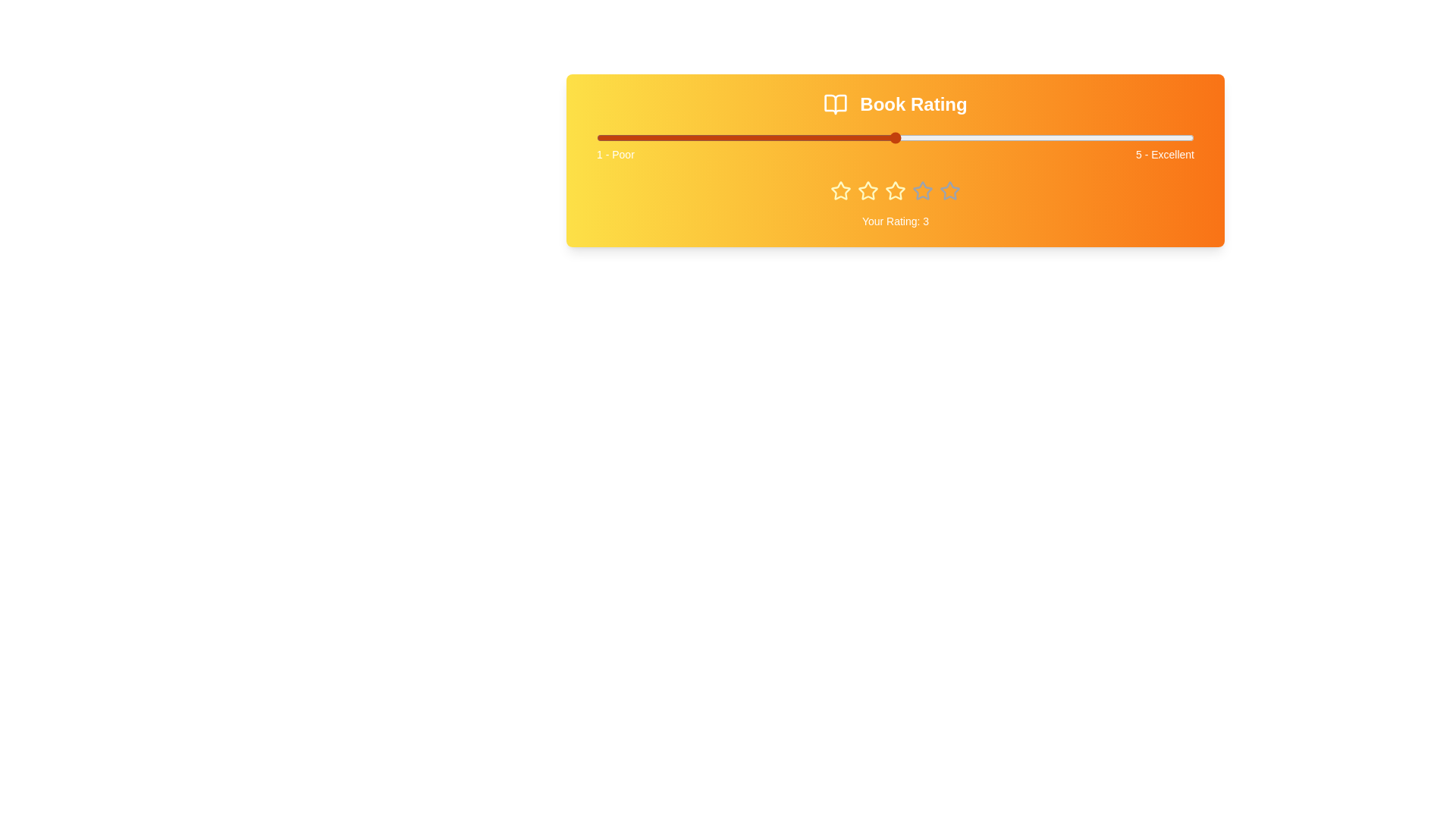 This screenshot has width=1456, height=819. What do you see at coordinates (895, 137) in the screenshot?
I see `the slider handle` at bounding box center [895, 137].